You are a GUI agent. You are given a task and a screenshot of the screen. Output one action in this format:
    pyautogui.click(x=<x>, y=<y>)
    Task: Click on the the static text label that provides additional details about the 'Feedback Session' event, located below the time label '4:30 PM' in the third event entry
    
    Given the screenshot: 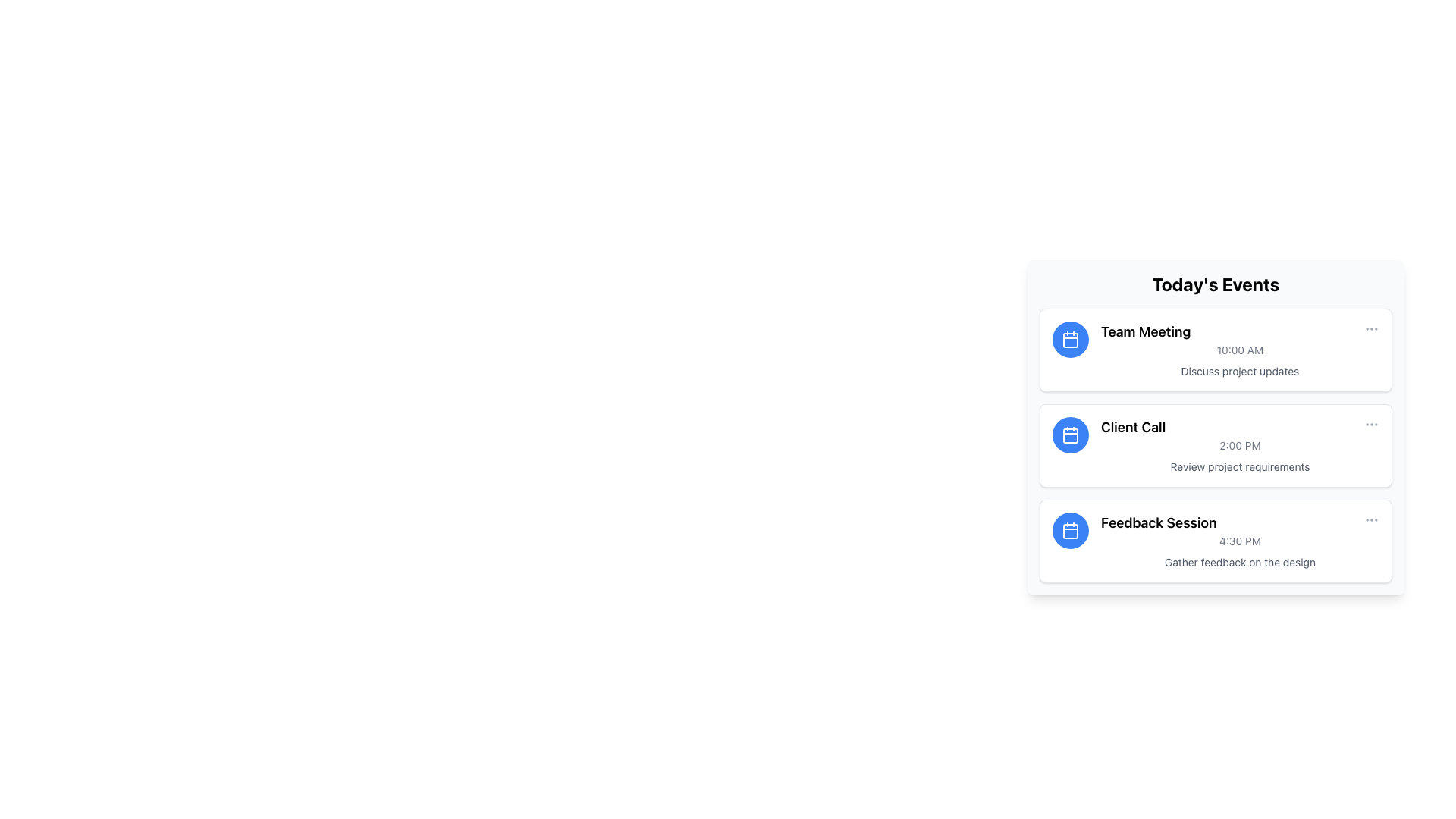 What is the action you would take?
    pyautogui.click(x=1240, y=562)
    